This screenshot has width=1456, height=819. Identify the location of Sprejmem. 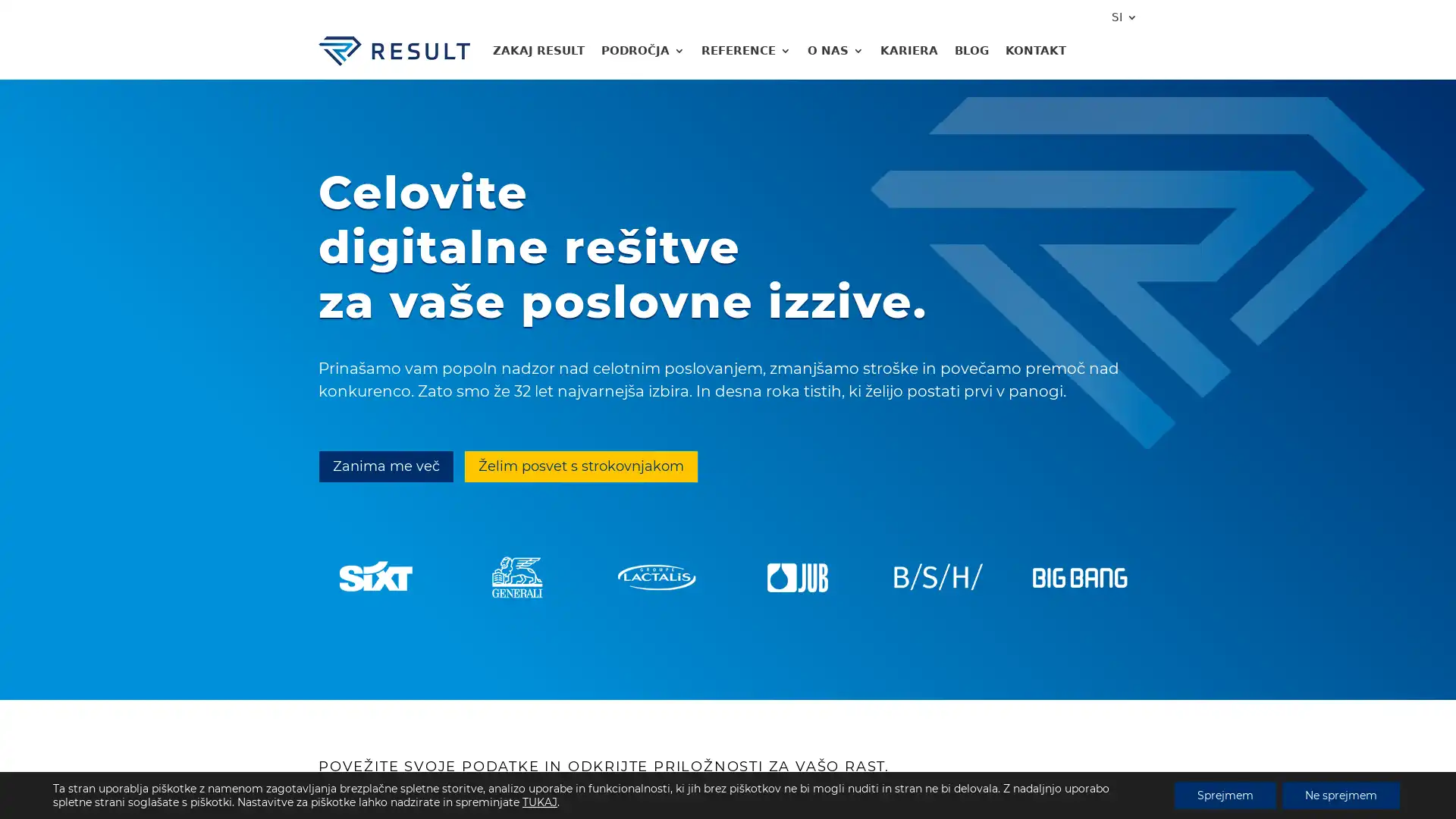
(1225, 795).